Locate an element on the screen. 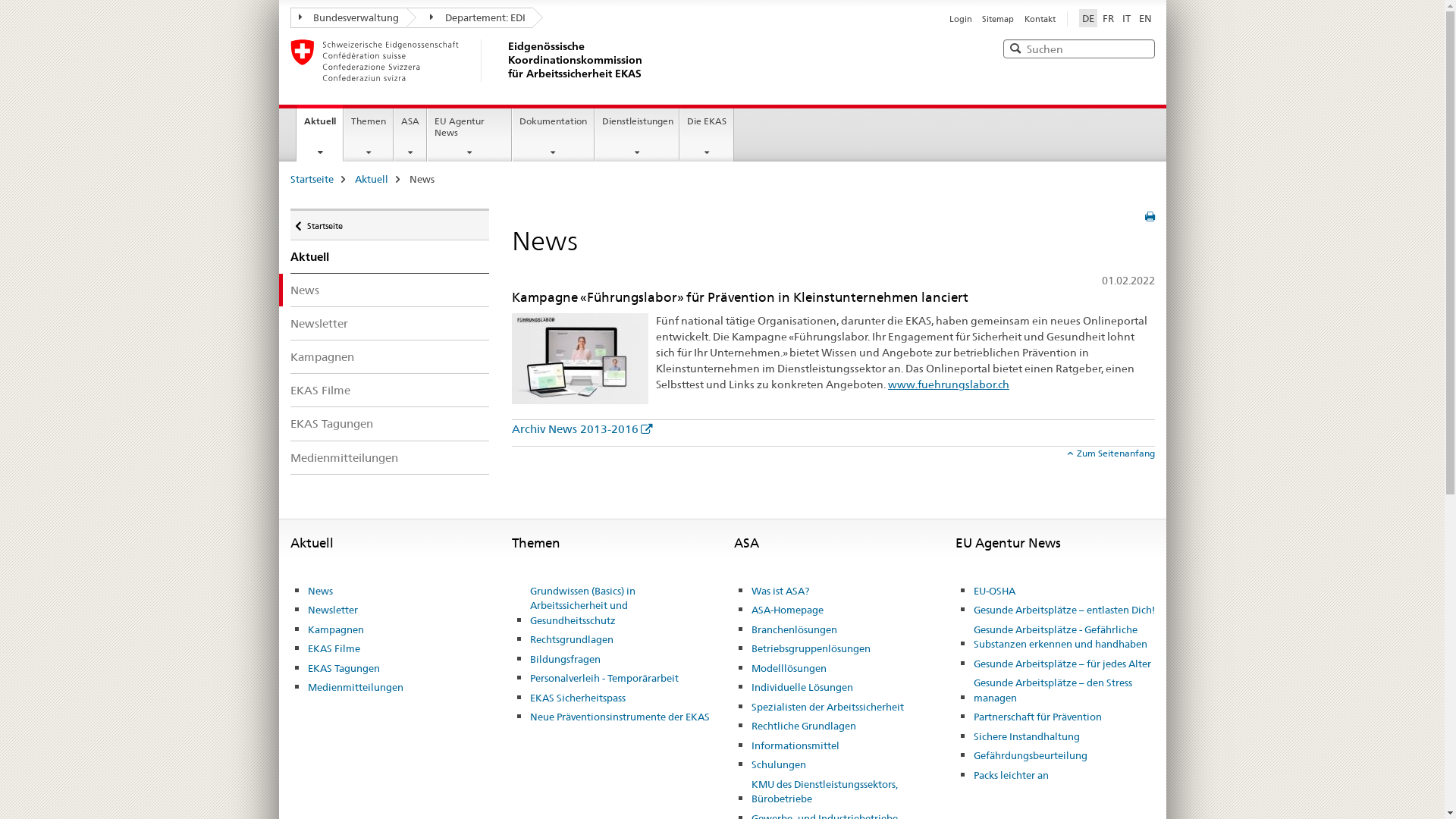  'Archiv News 2013-2016' is located at coordinates (581, 428).